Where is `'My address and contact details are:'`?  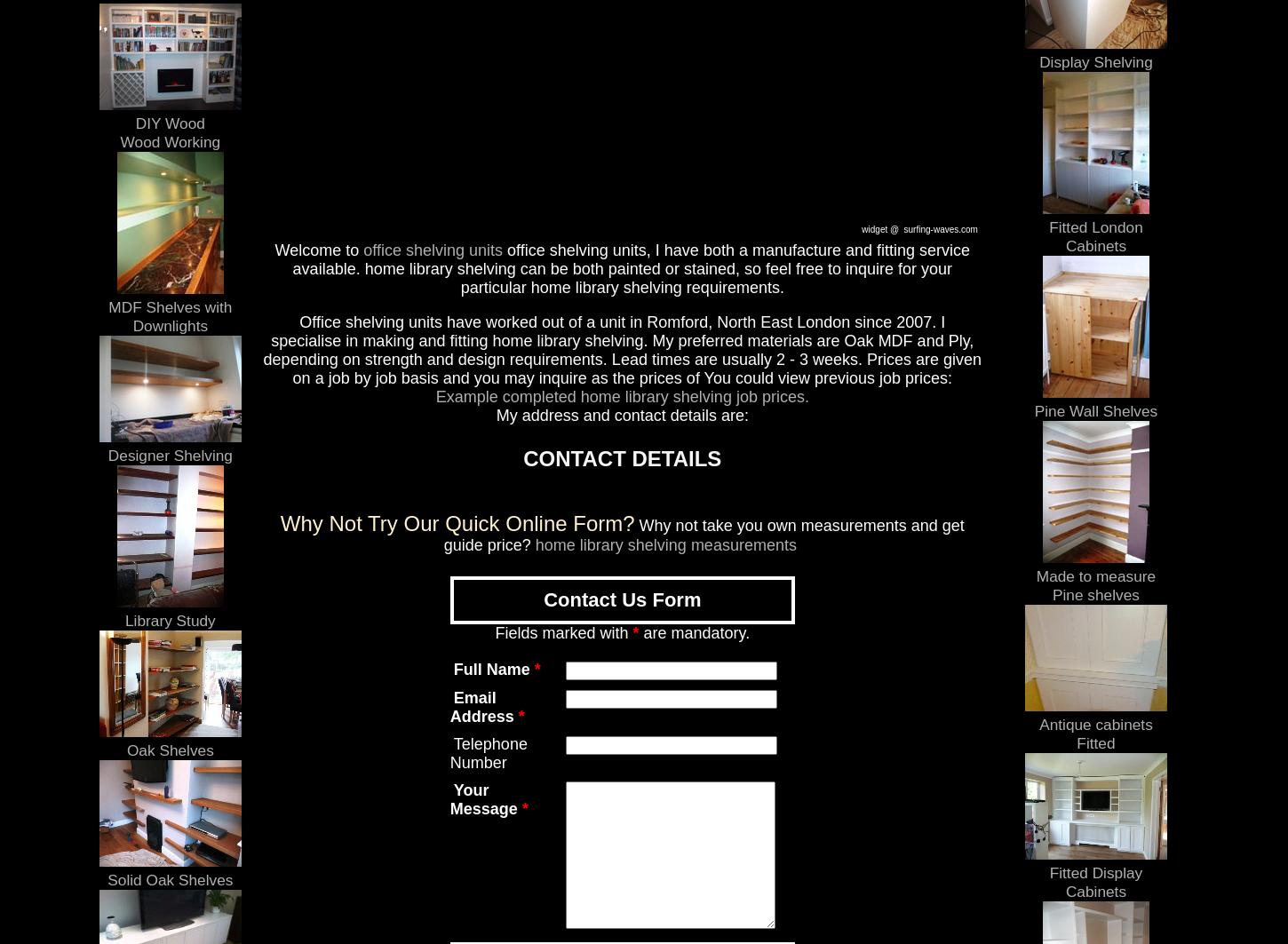
'My address and contact details are:' is located at coordinates (621, 414).